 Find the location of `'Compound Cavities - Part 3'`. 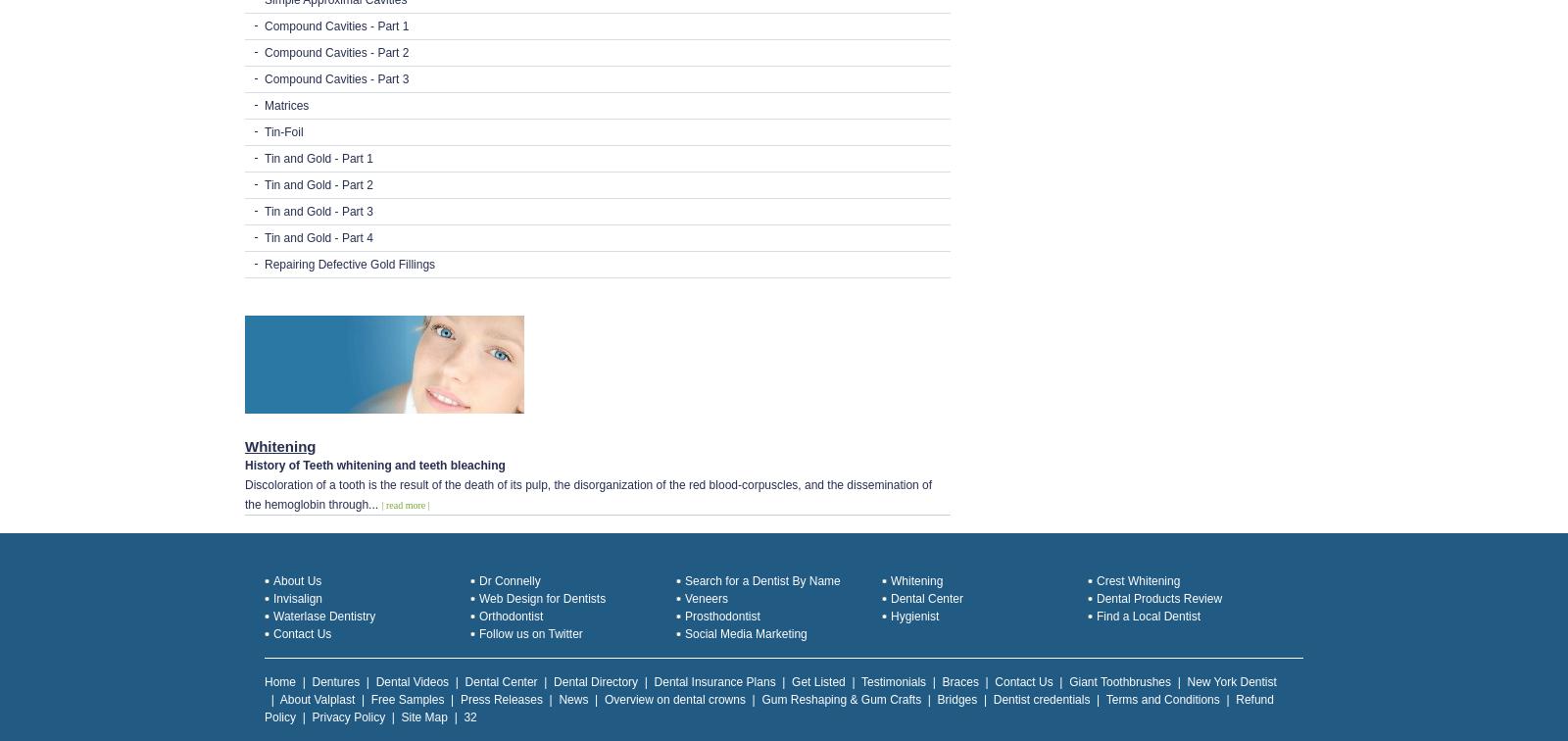

'Compound Cavities - Part 3' is located at coordinates (336, 78).